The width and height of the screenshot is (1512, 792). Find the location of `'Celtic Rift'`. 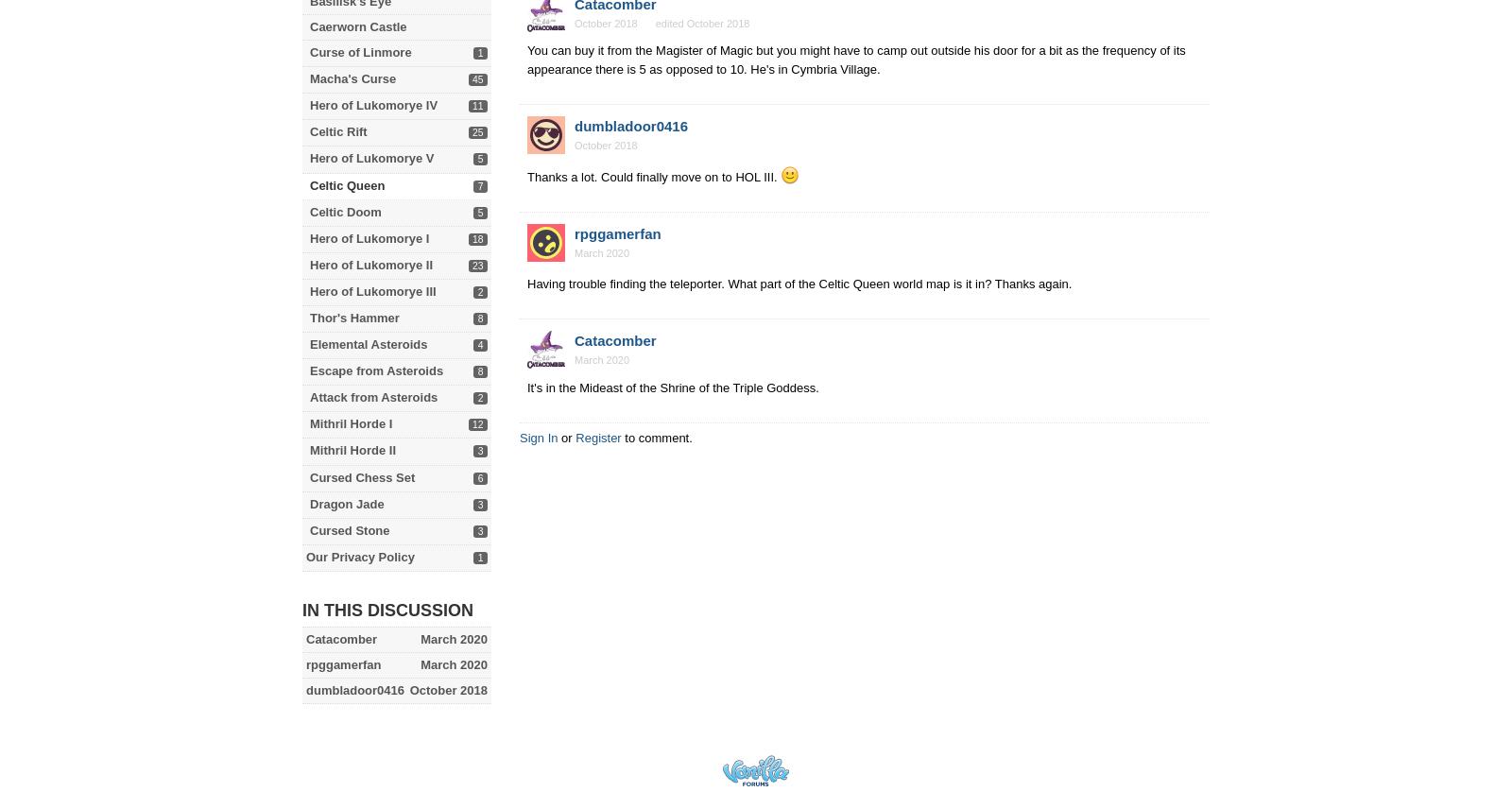

'Celtic Rift' is located at coordinates (338, 131).